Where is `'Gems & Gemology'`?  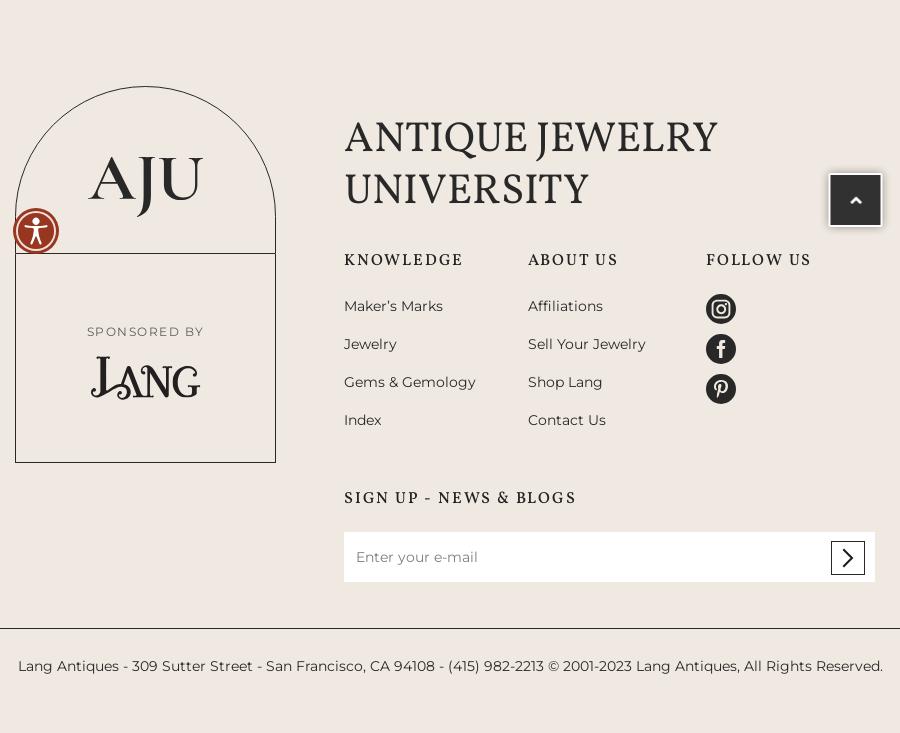 'Gems & Gemology' is located at coordinates (342, 381).